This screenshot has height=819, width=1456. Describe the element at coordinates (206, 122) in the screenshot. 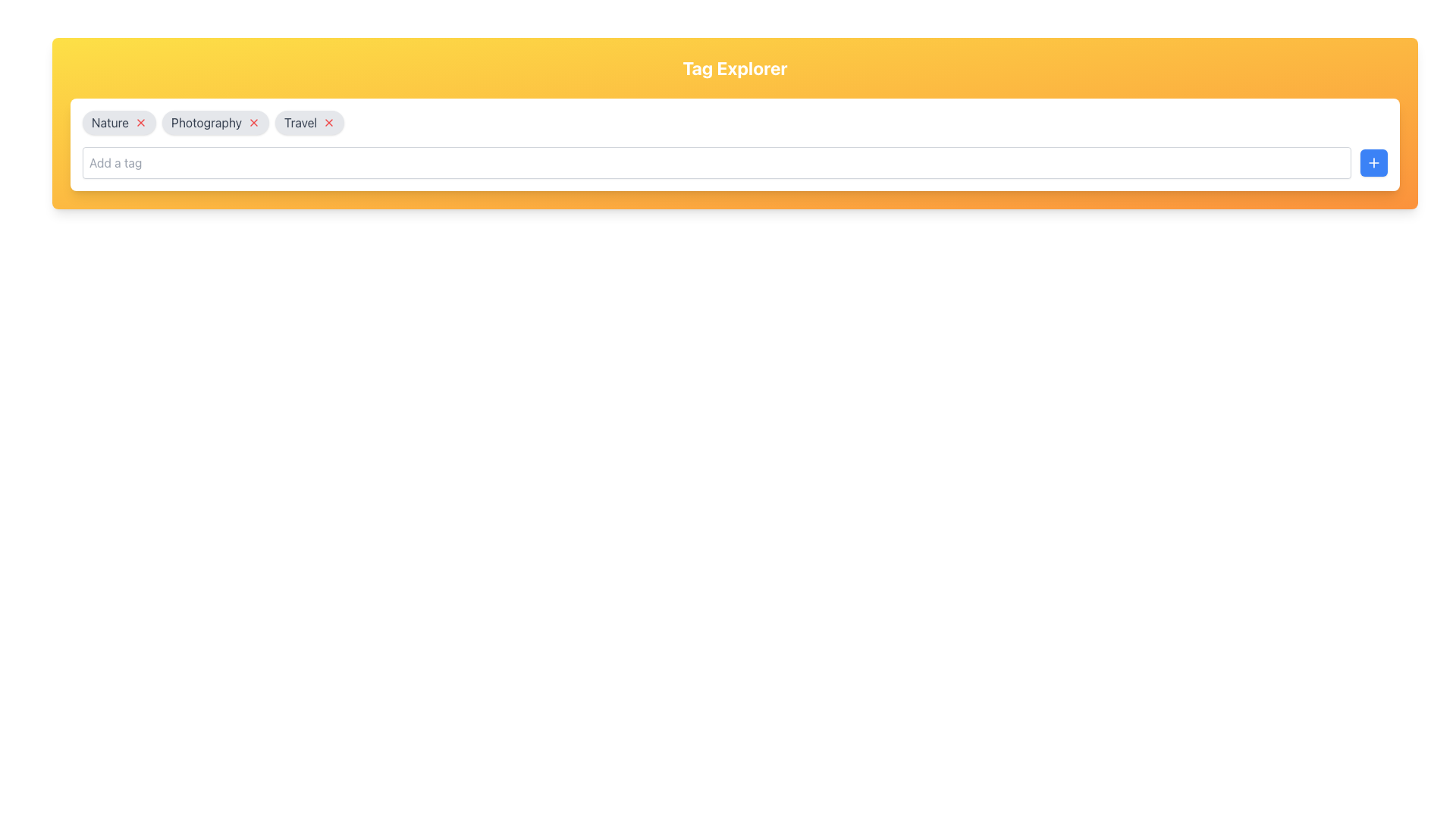

I see `text 'Photography' displayed in bold within the light gray rounded rectangular button, which is the main text content of the second tag button` at that location.